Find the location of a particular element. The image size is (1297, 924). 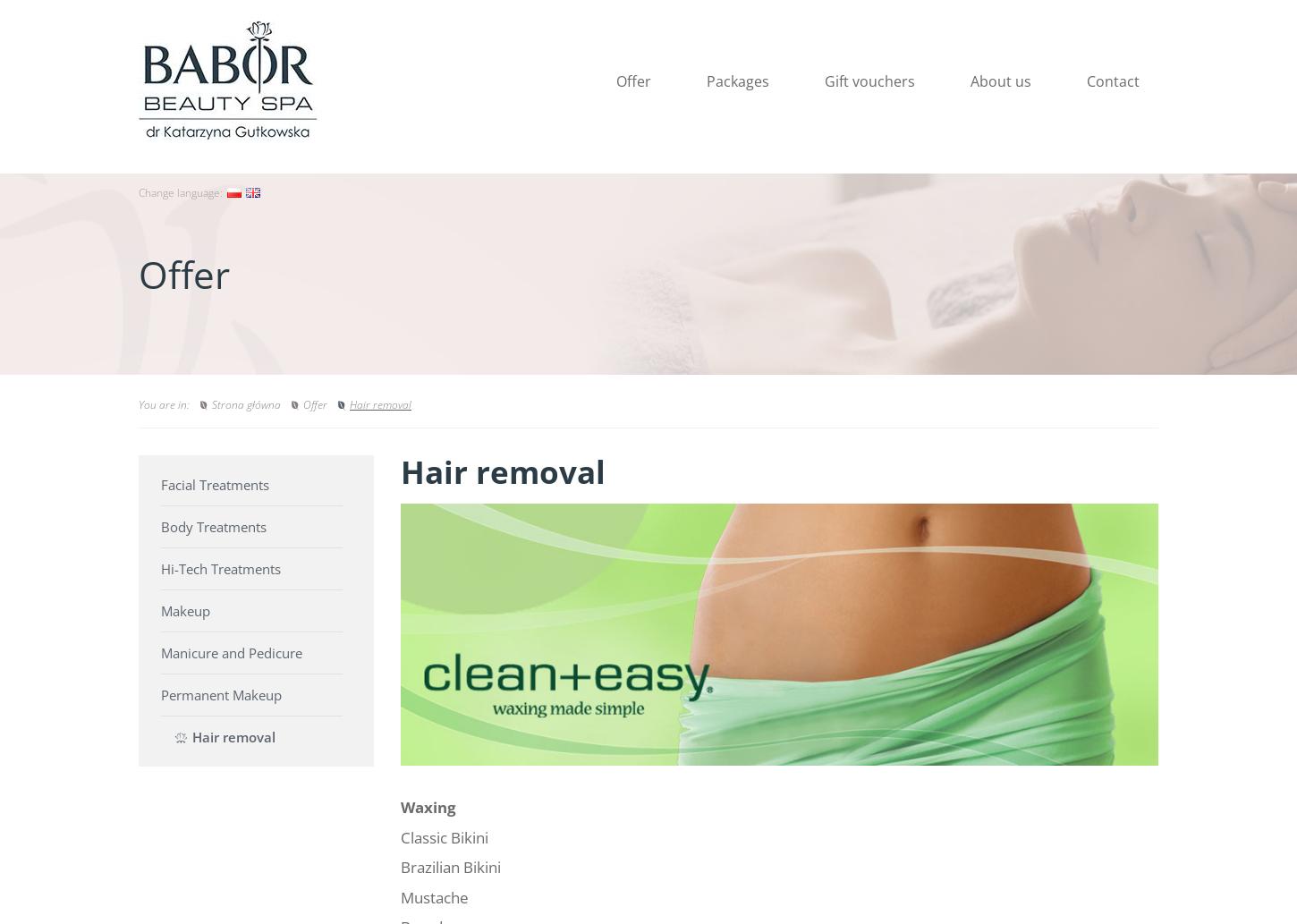

'Mustache' is located at coordinates (436, 895).